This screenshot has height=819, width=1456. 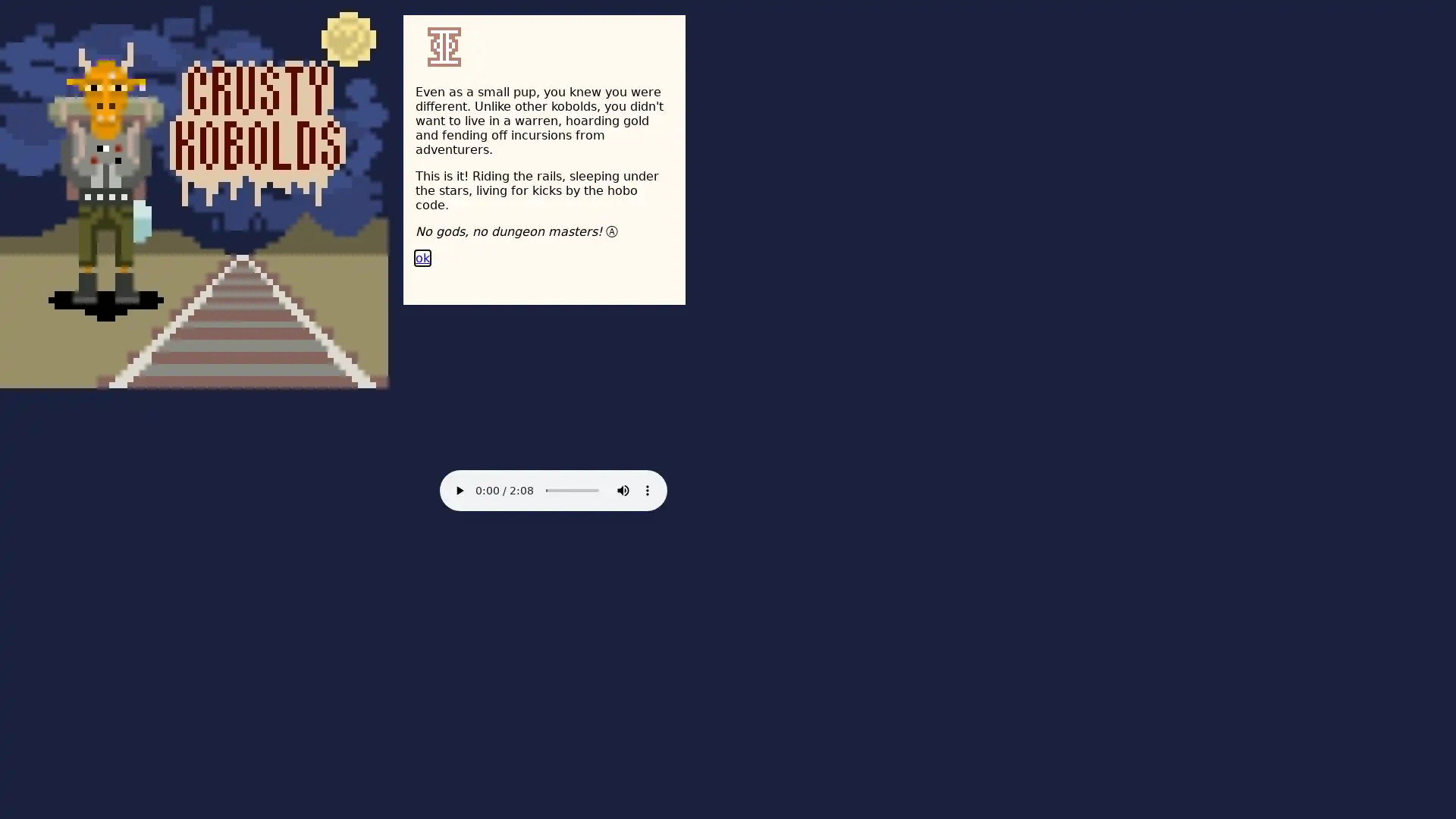 I want to click on show more media controls, so click(x=648, y=491).